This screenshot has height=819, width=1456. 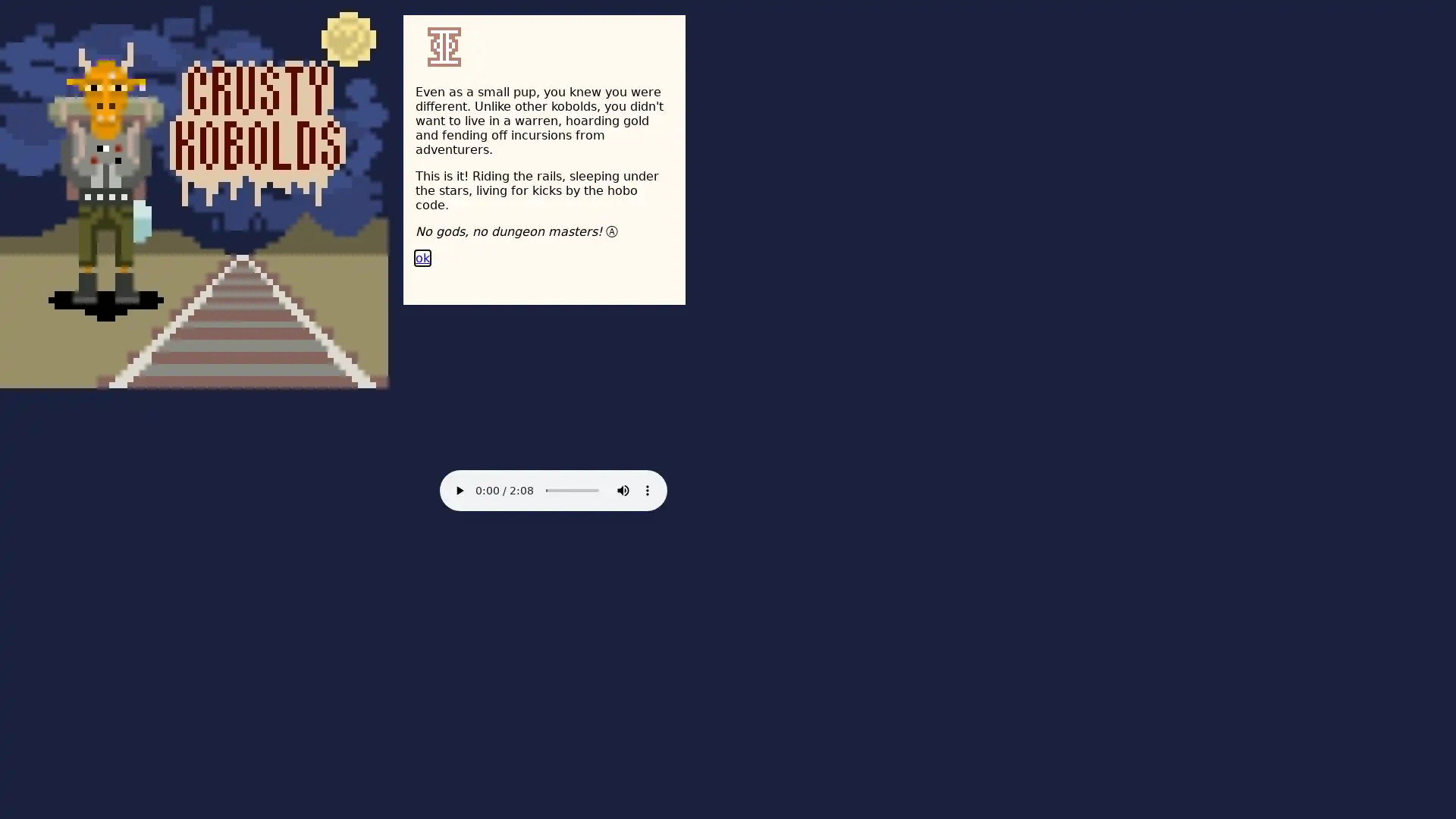 I want to click on show more media controls, so click(x=648, y=491).